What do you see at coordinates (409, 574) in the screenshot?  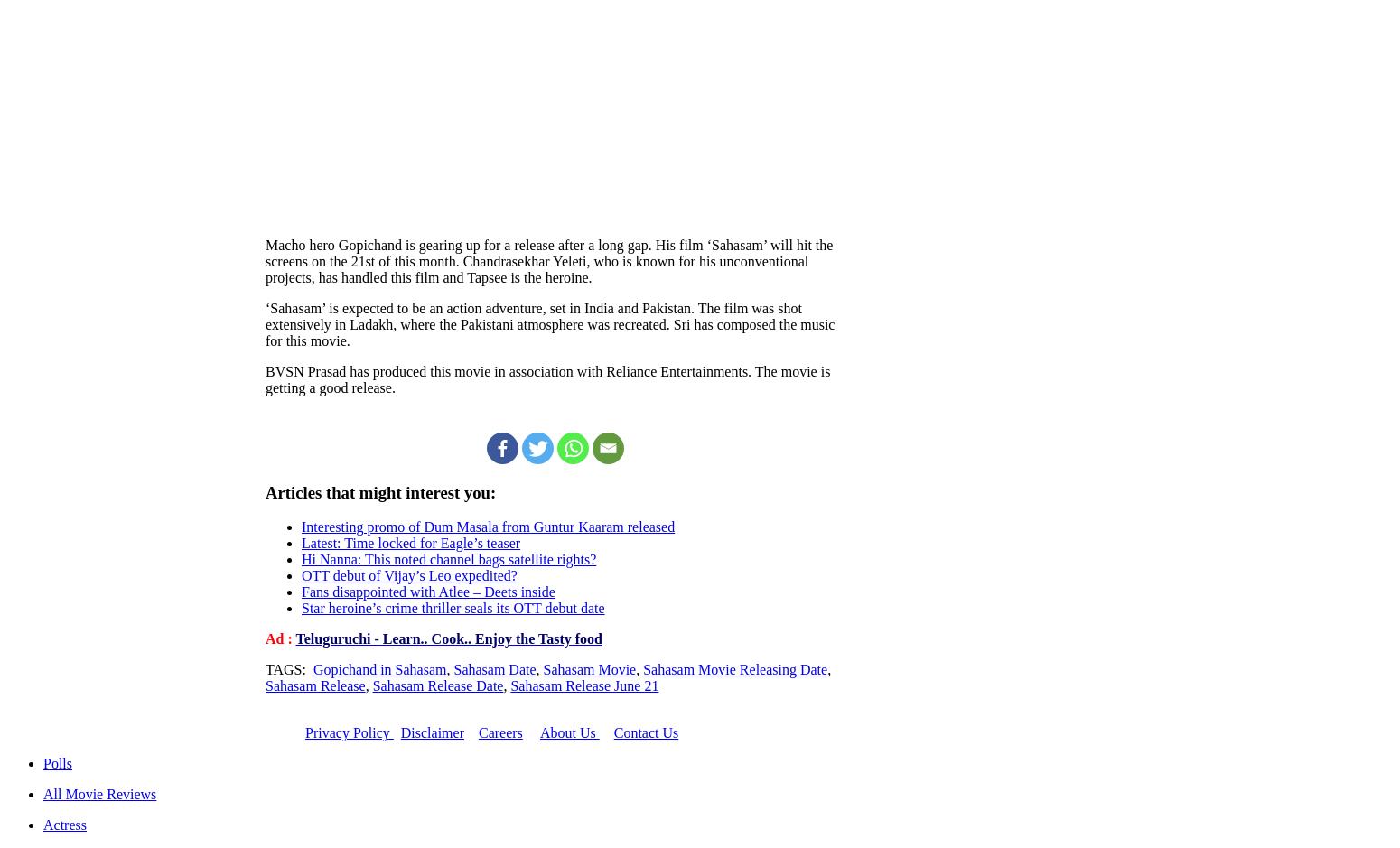 I see `'OTT debut of Vijay’s Leo expedited?'` at bounding box center [409, 574].